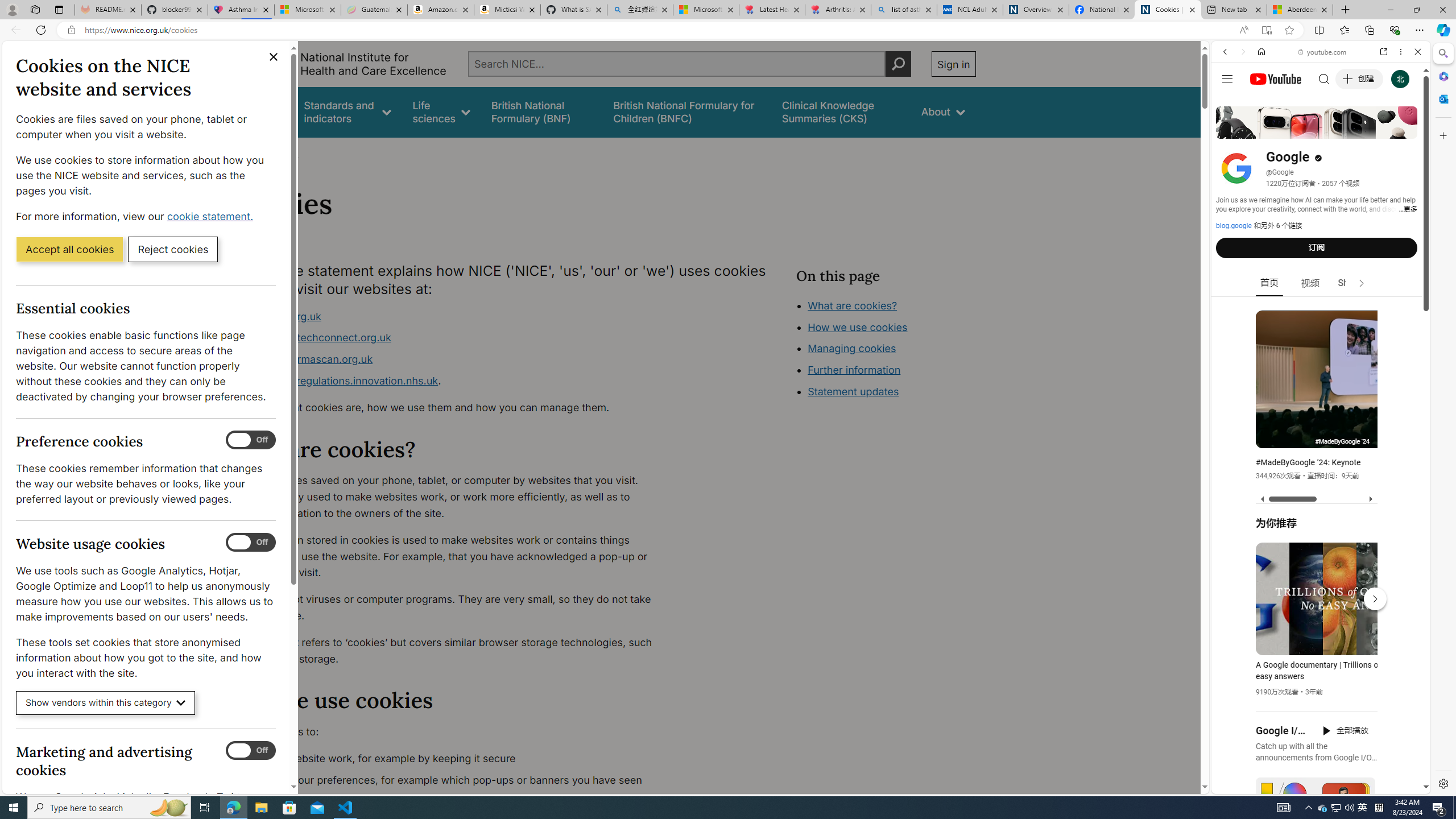 The width and height of the screenshot is (1456, 819). What do you see at coordinates (838, 9) in the screenshot?
I see `'Arthritis: Ask Health Professionals'` at bounding box center [838, 9].